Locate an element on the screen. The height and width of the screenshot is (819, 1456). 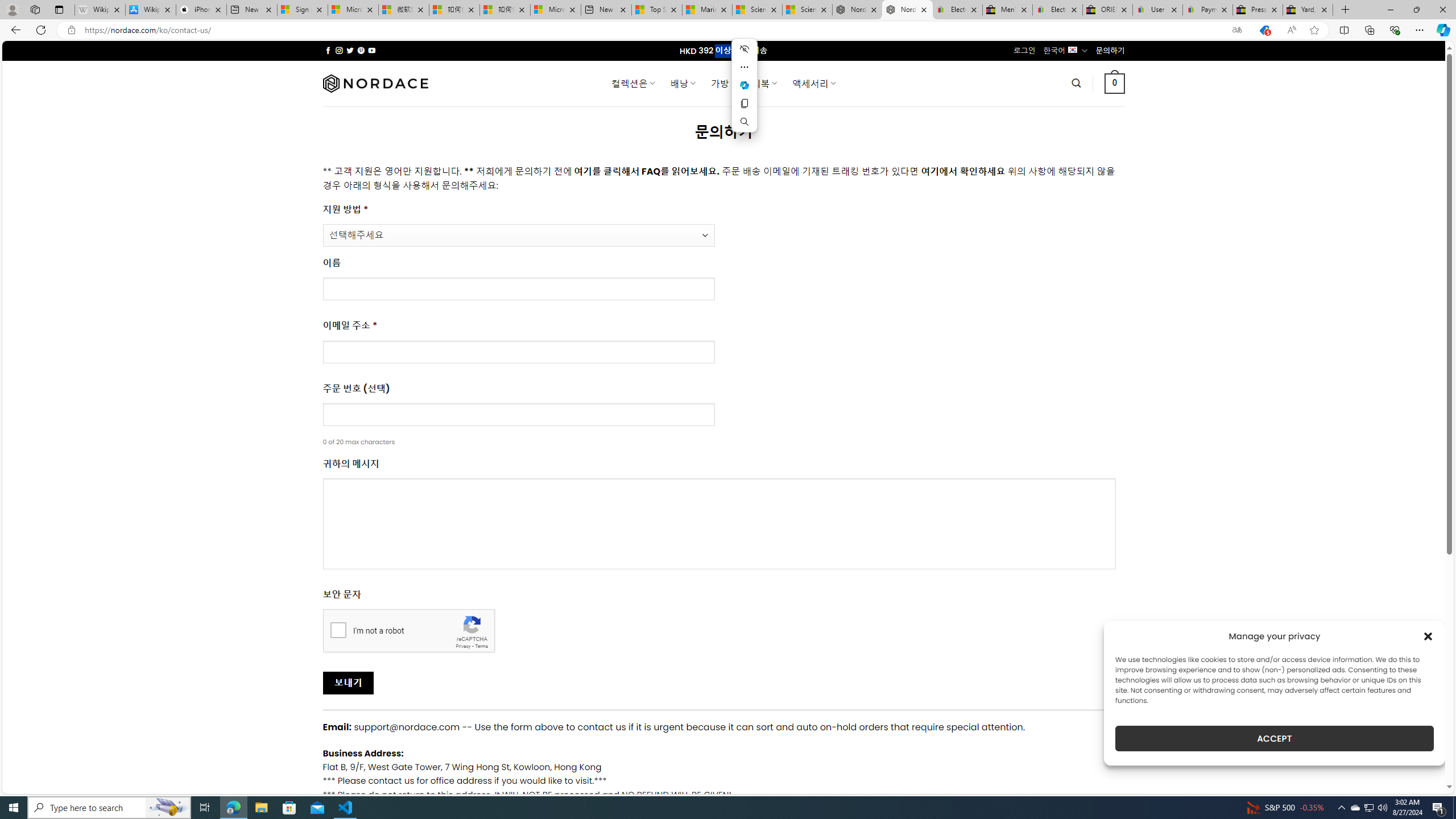
'Hide menu' is located at coordinates (744, 48).